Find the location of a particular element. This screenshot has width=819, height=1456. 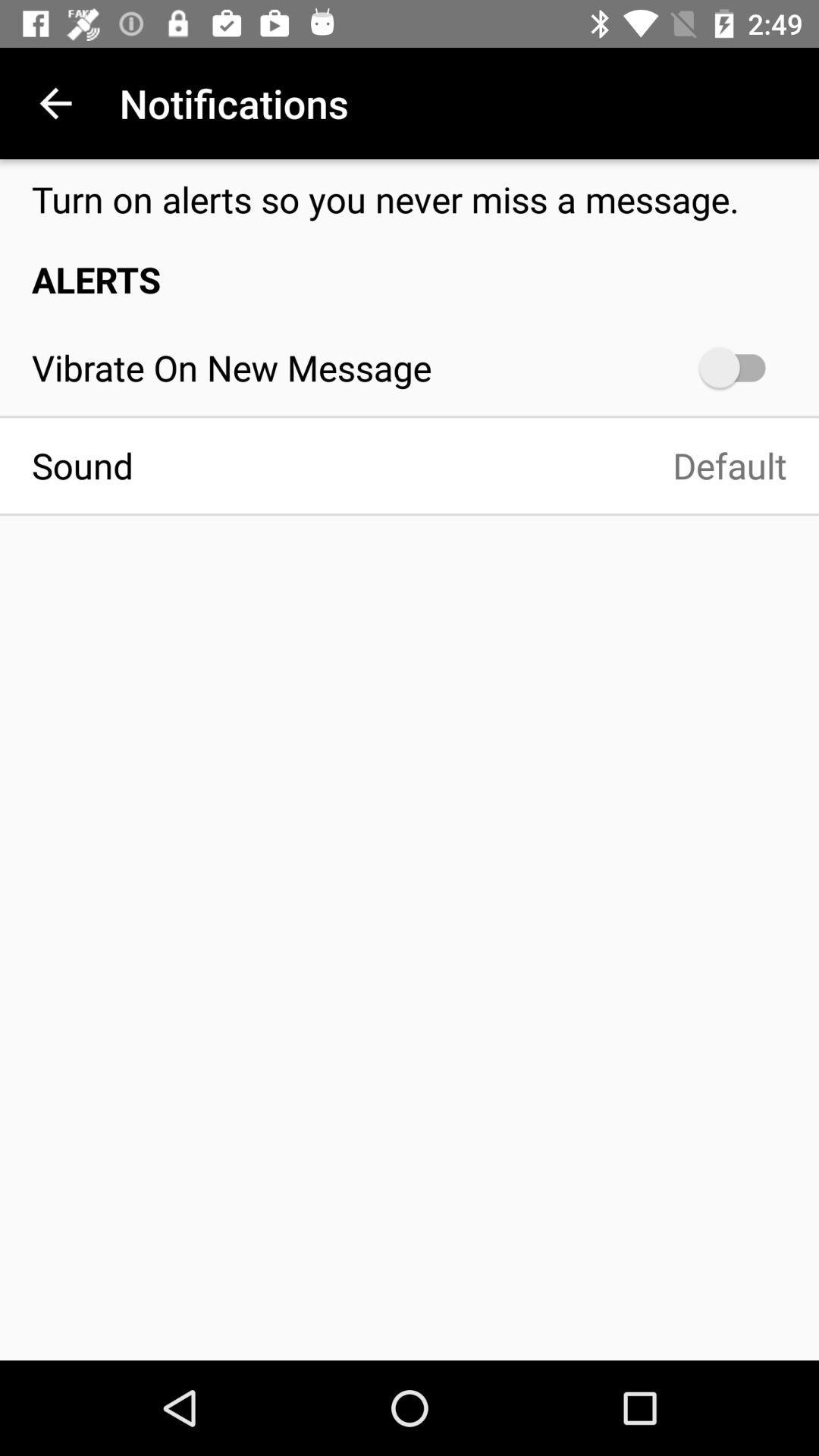

icon next to the notifications is located at coordinates (55, 102).